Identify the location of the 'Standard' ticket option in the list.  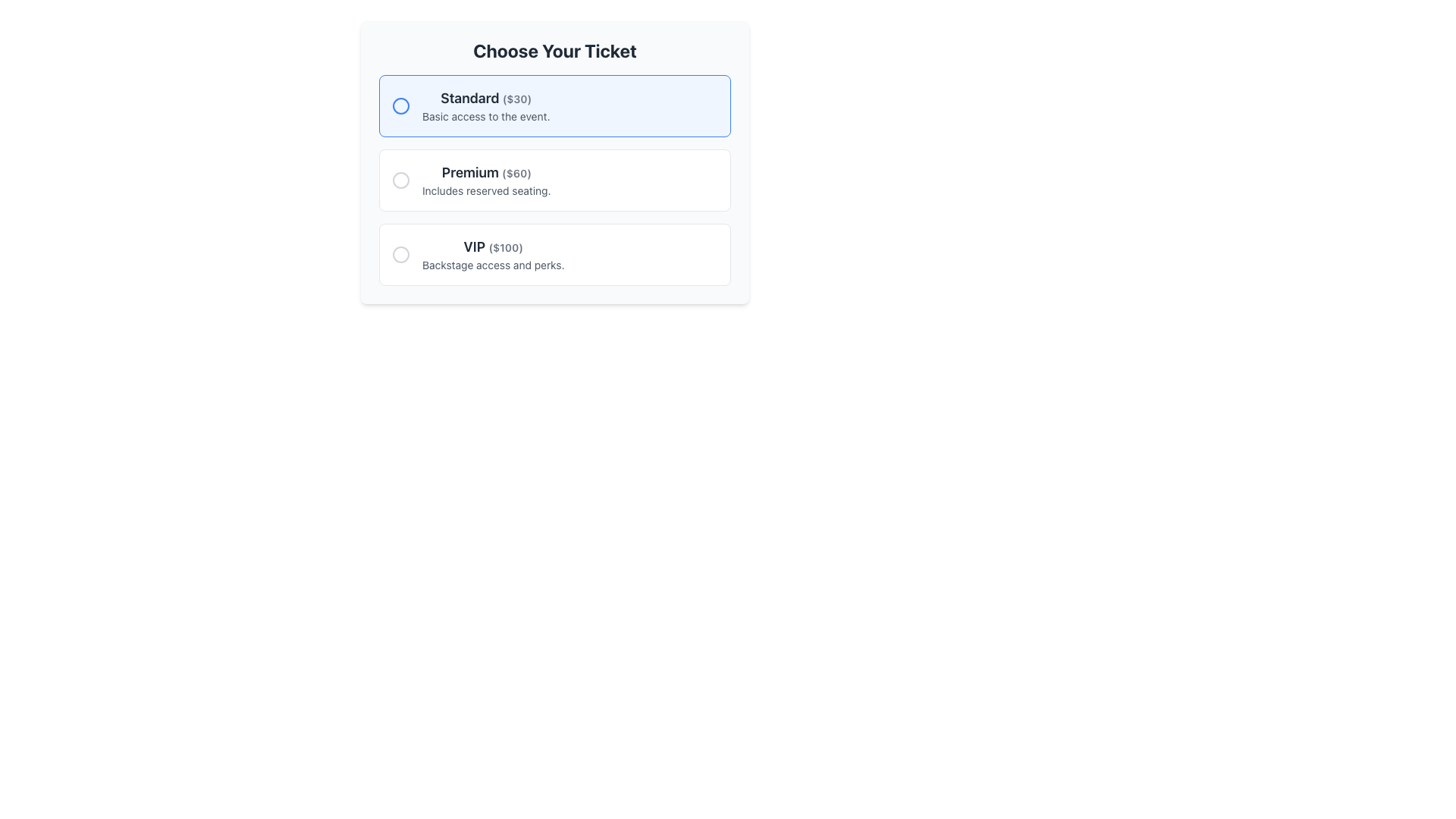
(554, 105).